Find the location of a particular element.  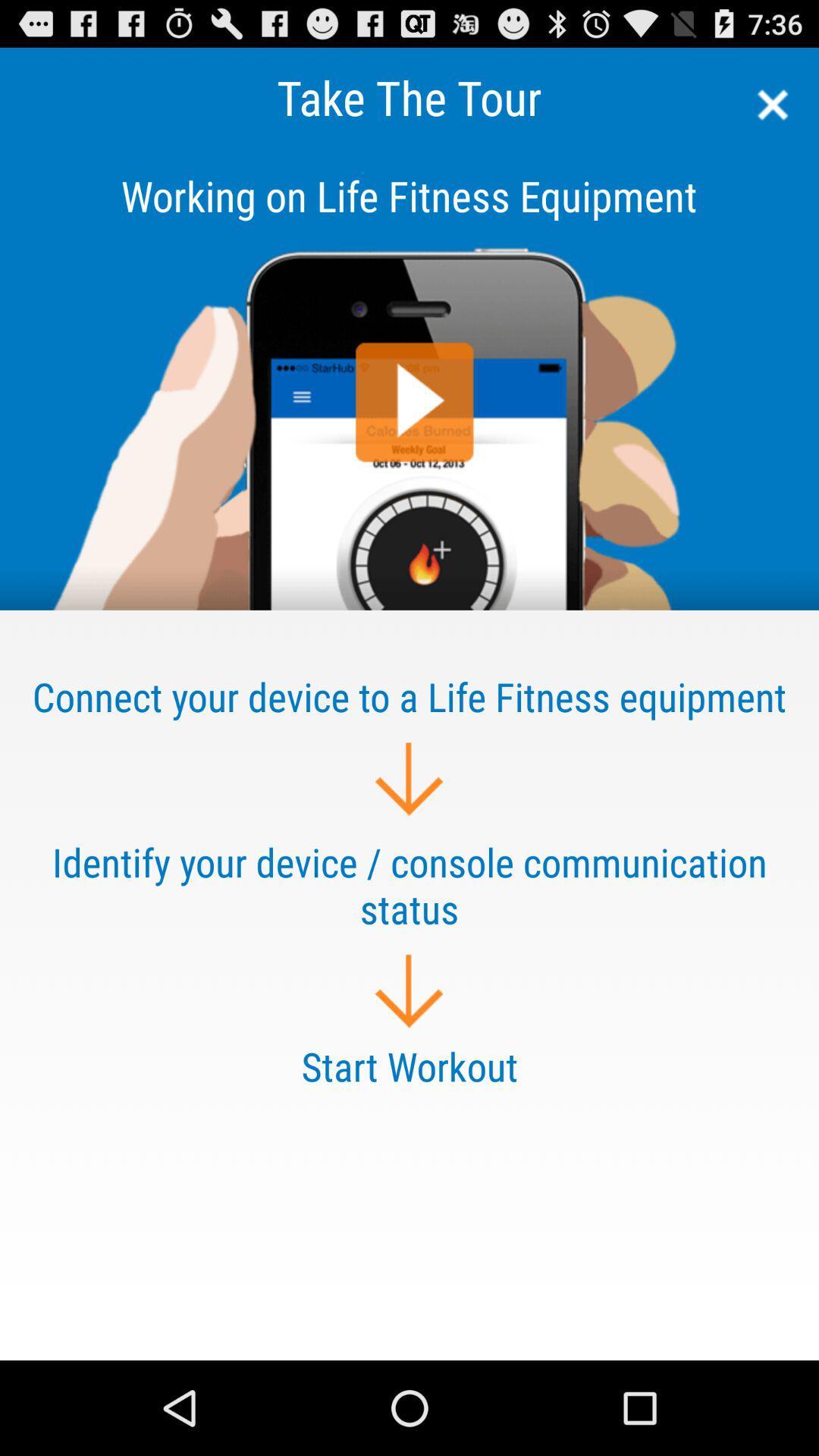

exit is located at coordinates (767, 104).